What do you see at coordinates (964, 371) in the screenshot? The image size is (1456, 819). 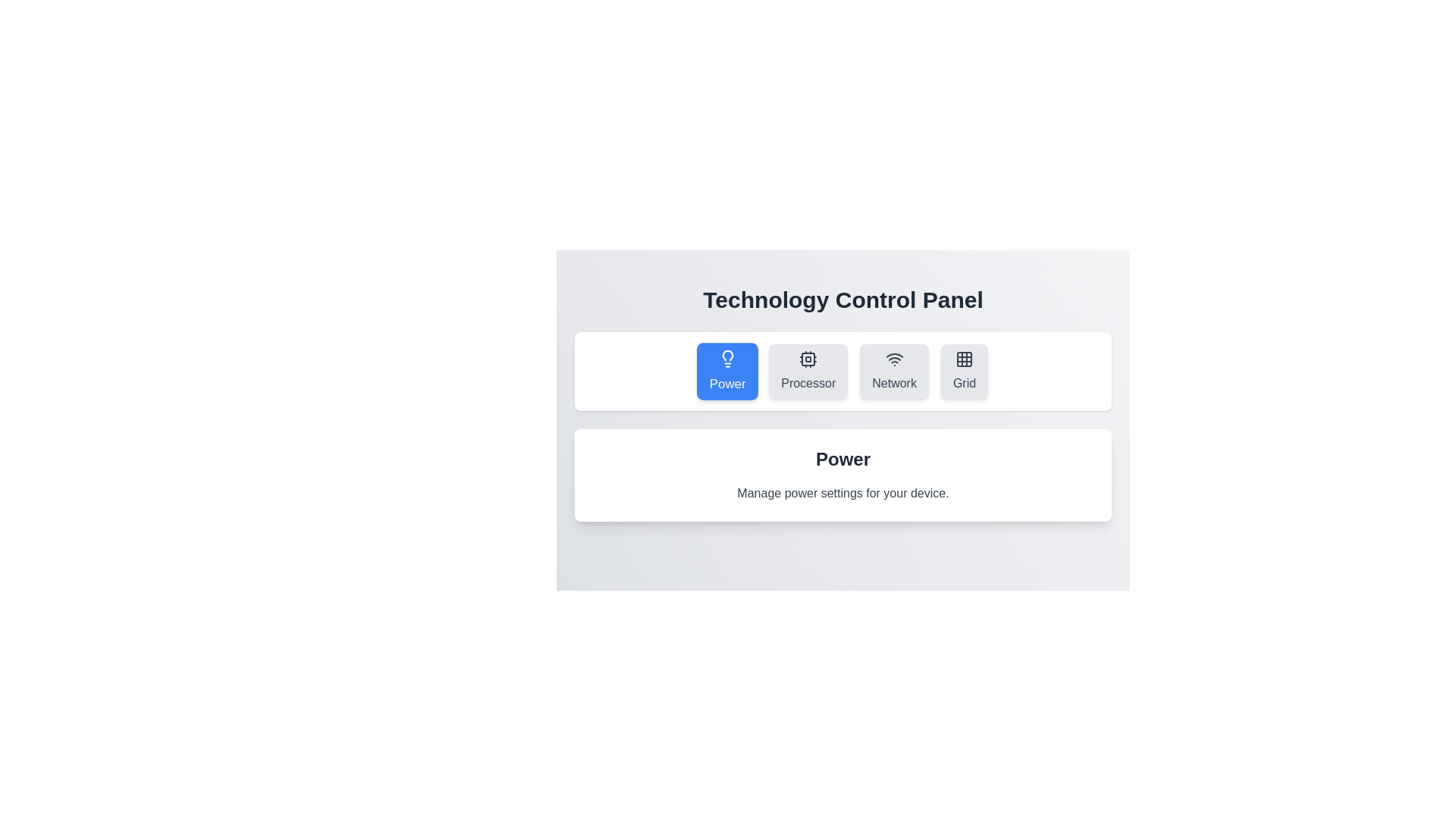 I see `the Grid tab in the TechControlPanel` at bounding box center [964, 371].